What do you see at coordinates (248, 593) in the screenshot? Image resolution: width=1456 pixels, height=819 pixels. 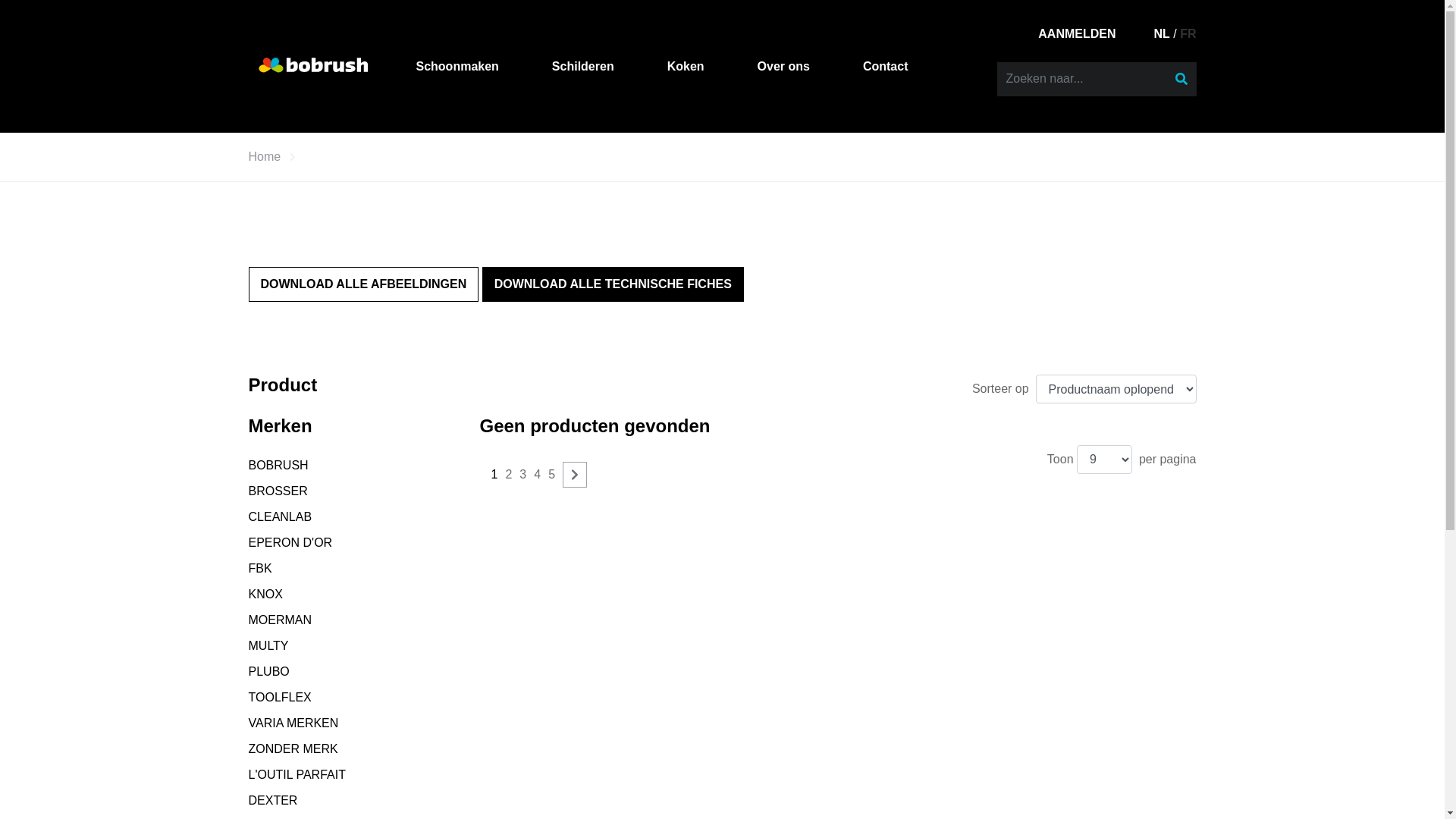 I see `'KNOX'` at bounding box center [248, 593].